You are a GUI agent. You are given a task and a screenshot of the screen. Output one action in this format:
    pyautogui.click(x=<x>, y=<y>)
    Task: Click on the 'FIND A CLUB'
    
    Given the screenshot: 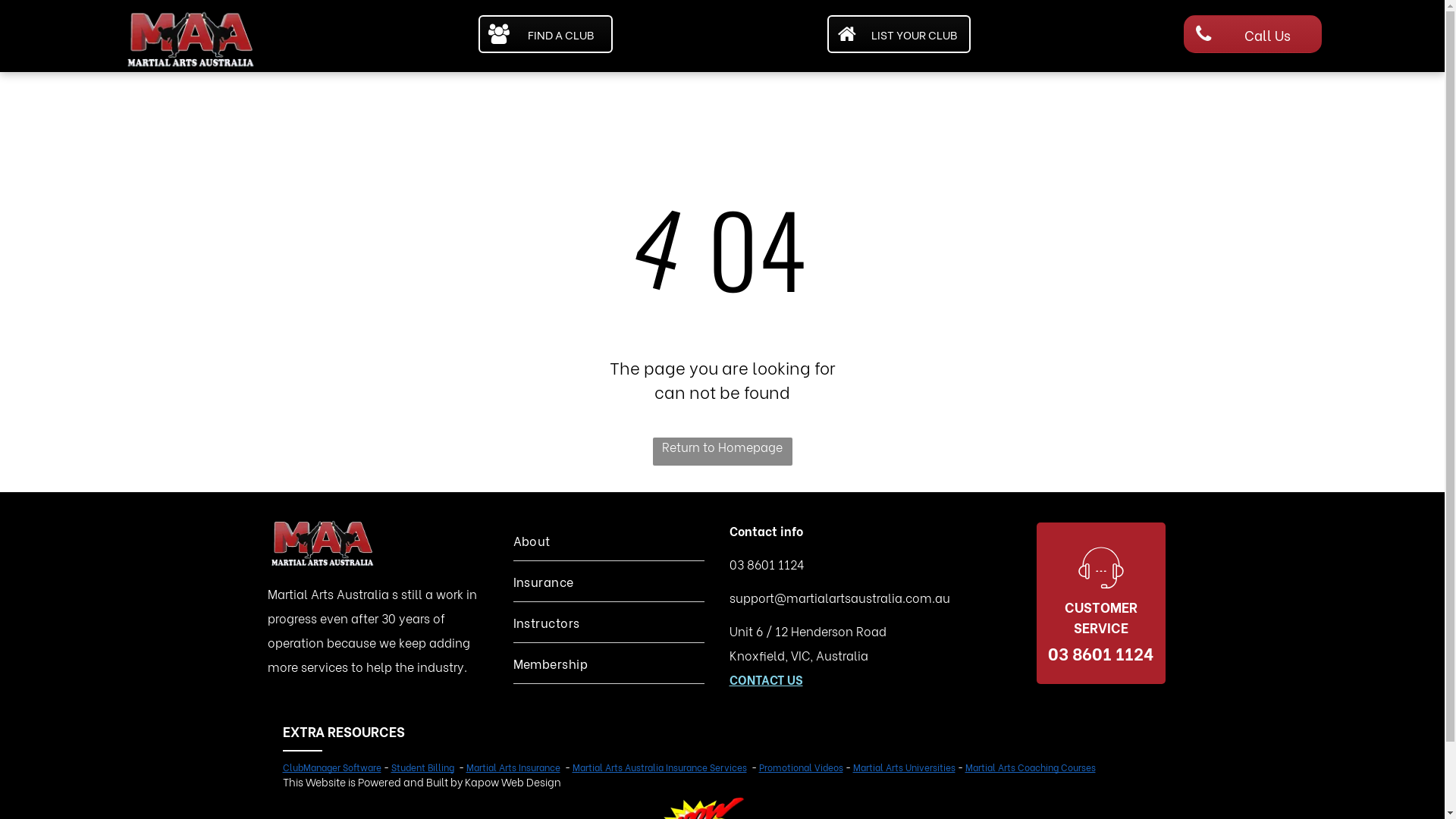 What is the action you would take?
    pyautogui.click(x=546, y=34)
    